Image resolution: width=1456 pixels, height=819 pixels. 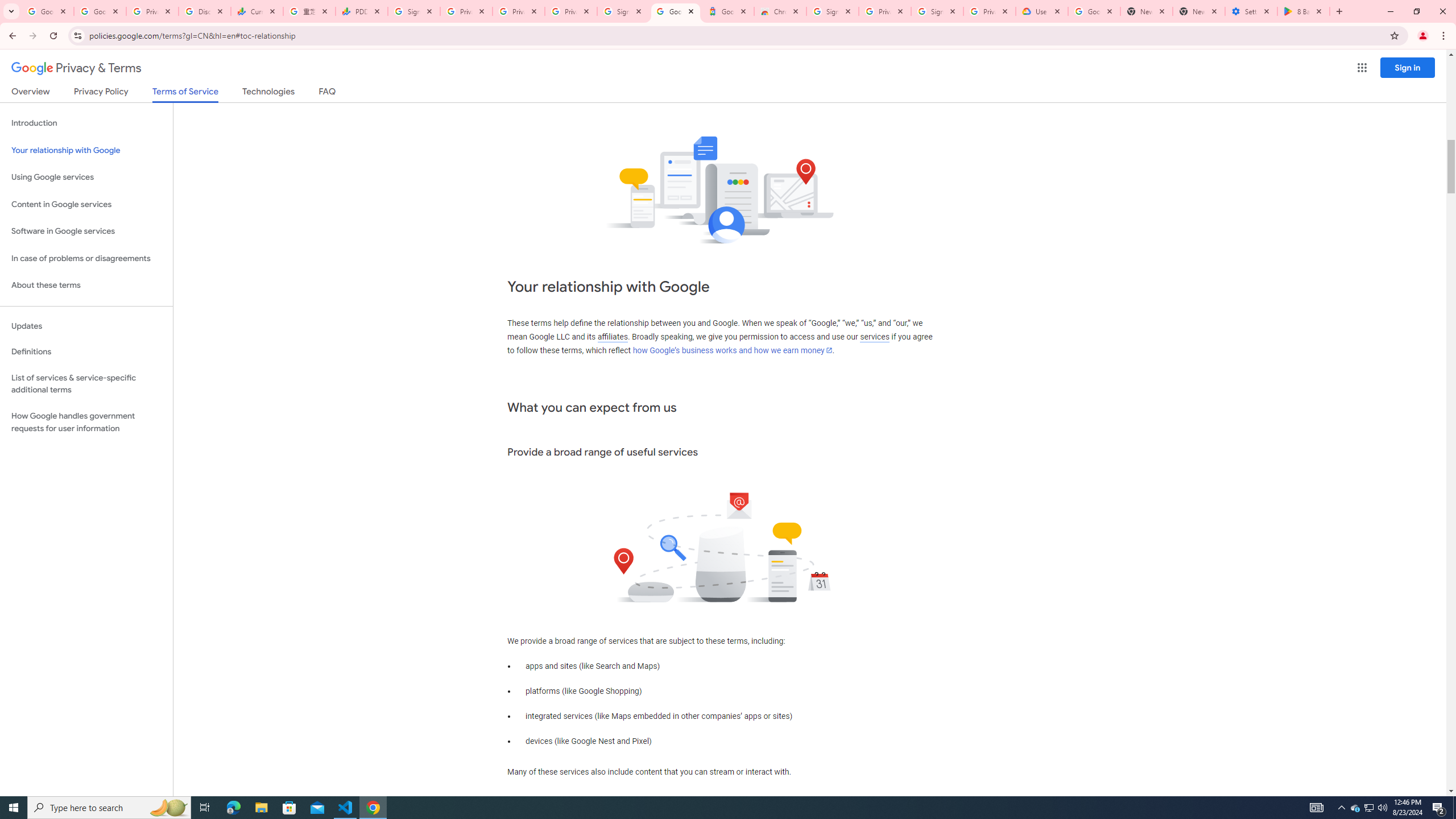 What do you see at coordinates (86, 383) in the screenshot?
I see `'List of services & service-specific additional terms'` at bounding box center [86, 383].